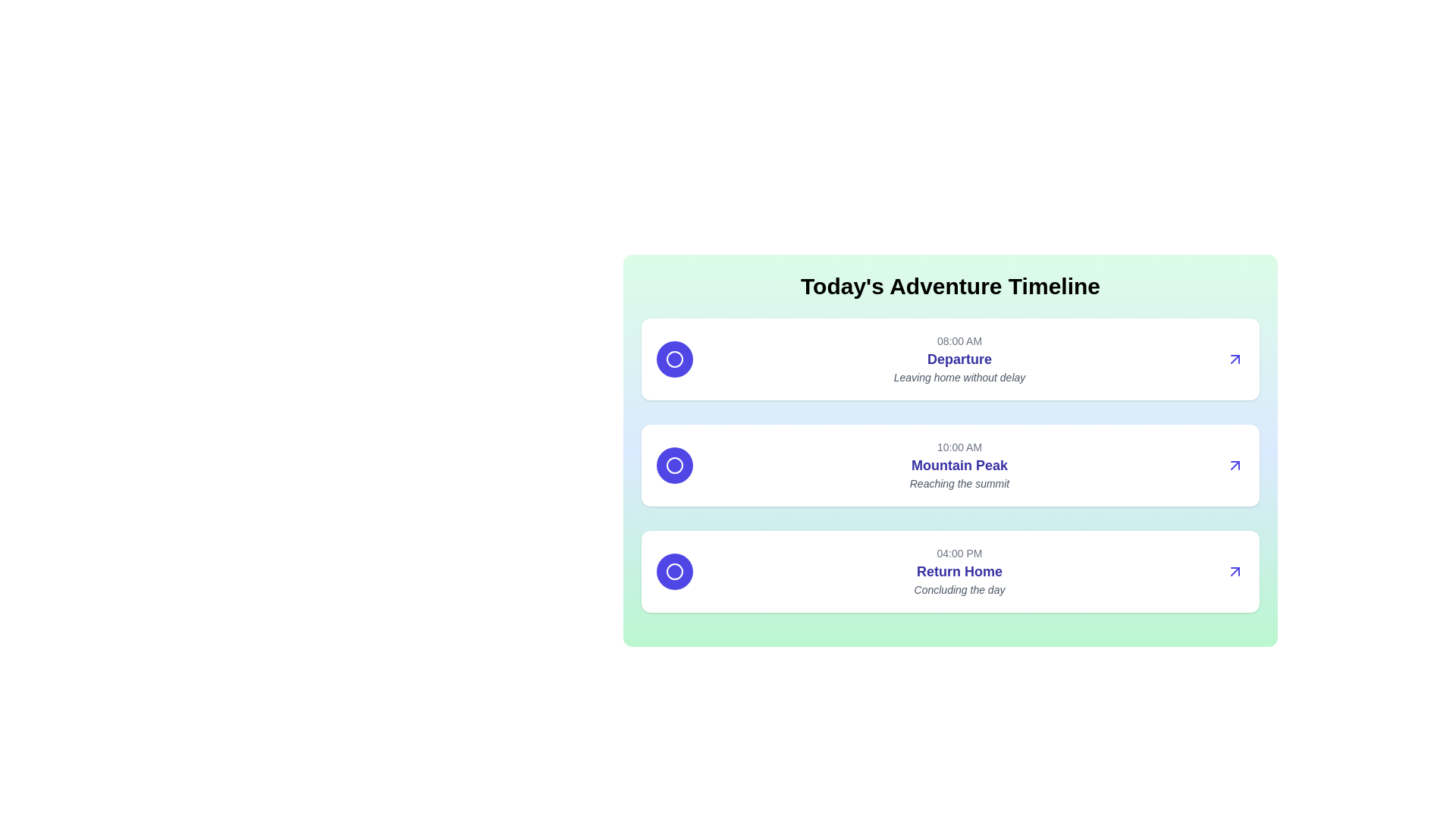 This screenshot has height=819, width=1456. I want to click on the third circular icon on the left side of the timeline interface, which indicates the 'Return Home' event in the timeline, so click(673, 571).